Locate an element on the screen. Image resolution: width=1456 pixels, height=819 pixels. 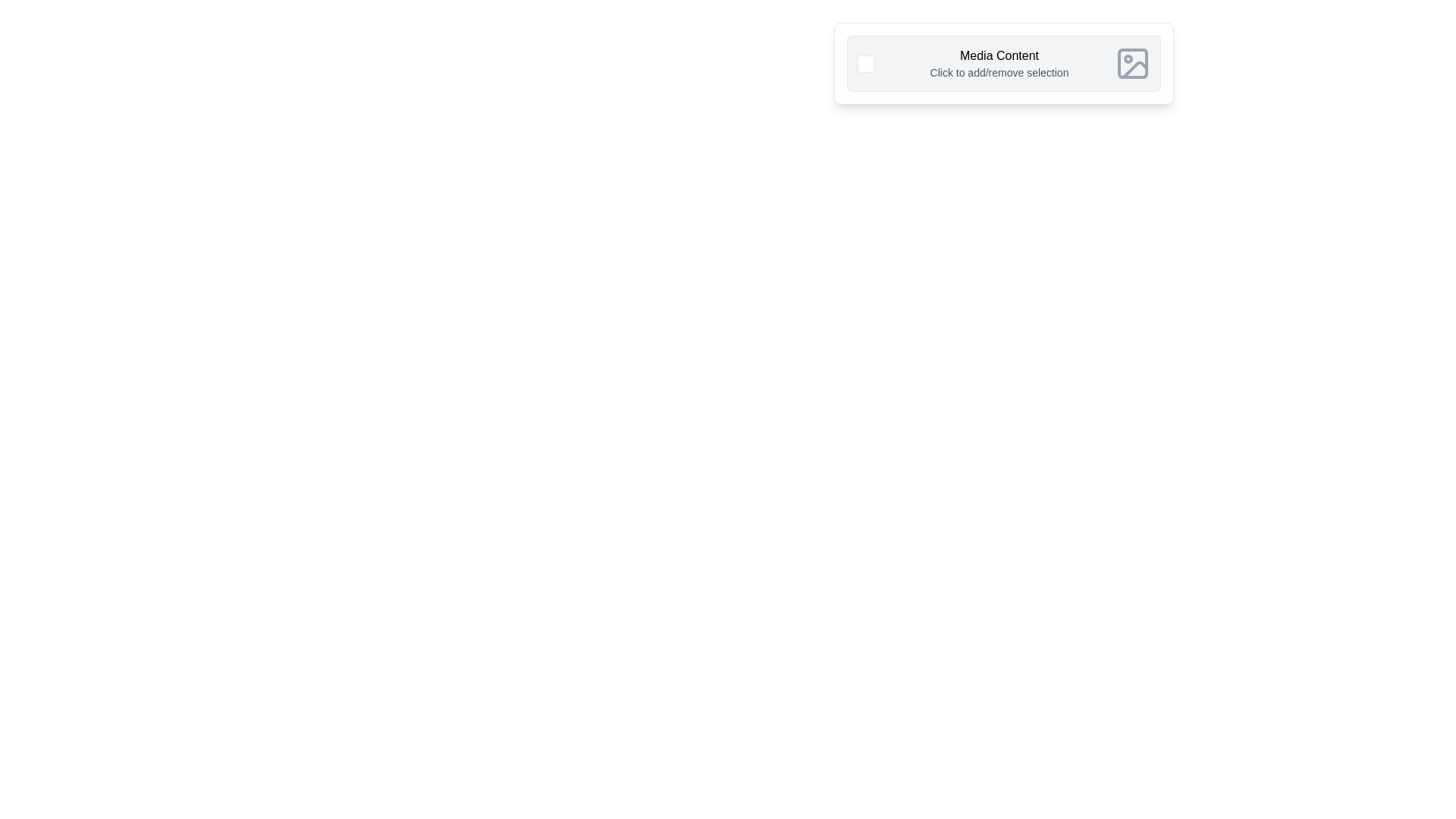
the selectable item card located at the center with a checkbox, title, subtitle, and icon to initiate further details is located at coordinates (1004, 63).